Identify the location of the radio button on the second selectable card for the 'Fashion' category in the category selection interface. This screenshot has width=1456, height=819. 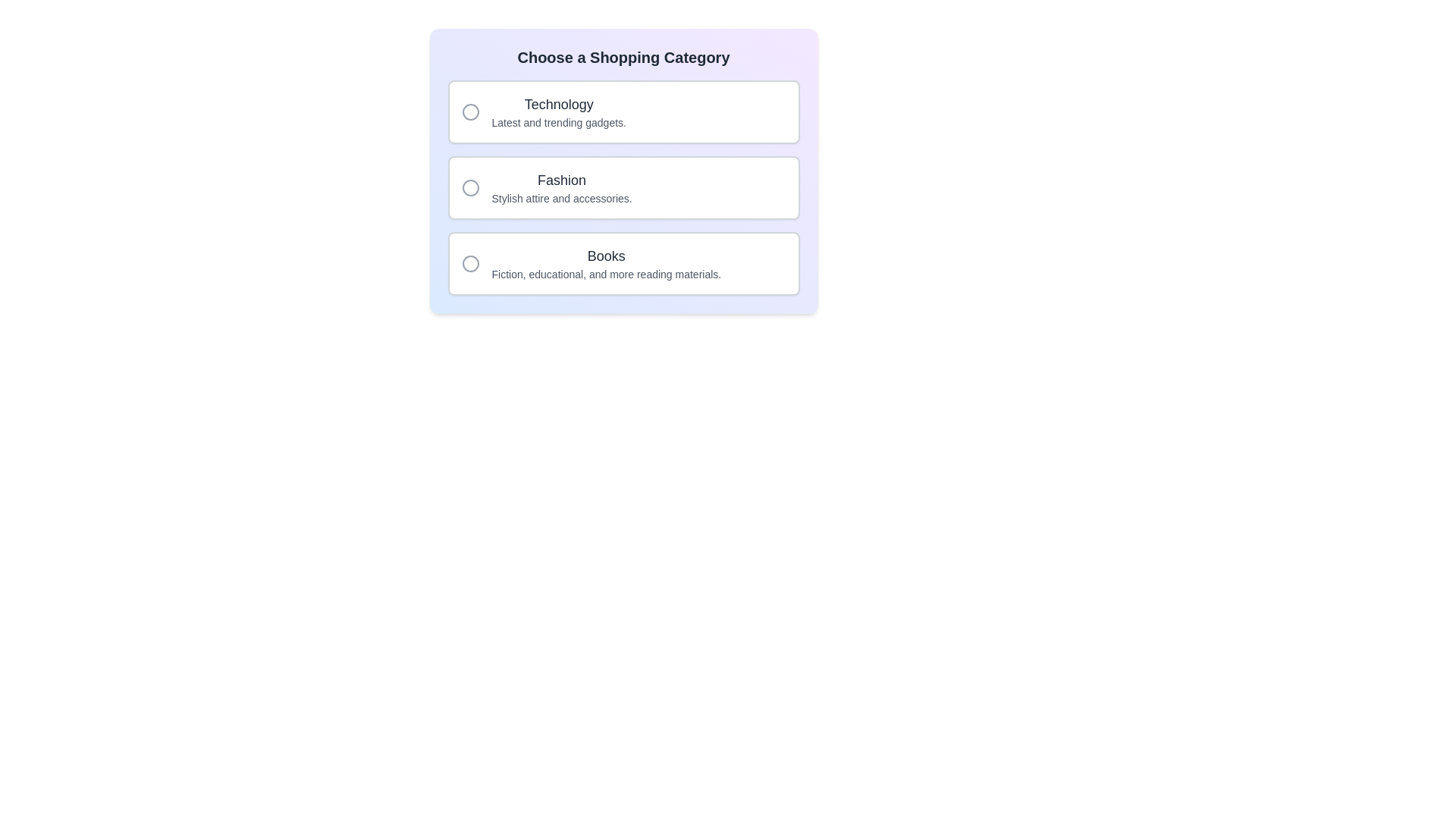
(623, 187).